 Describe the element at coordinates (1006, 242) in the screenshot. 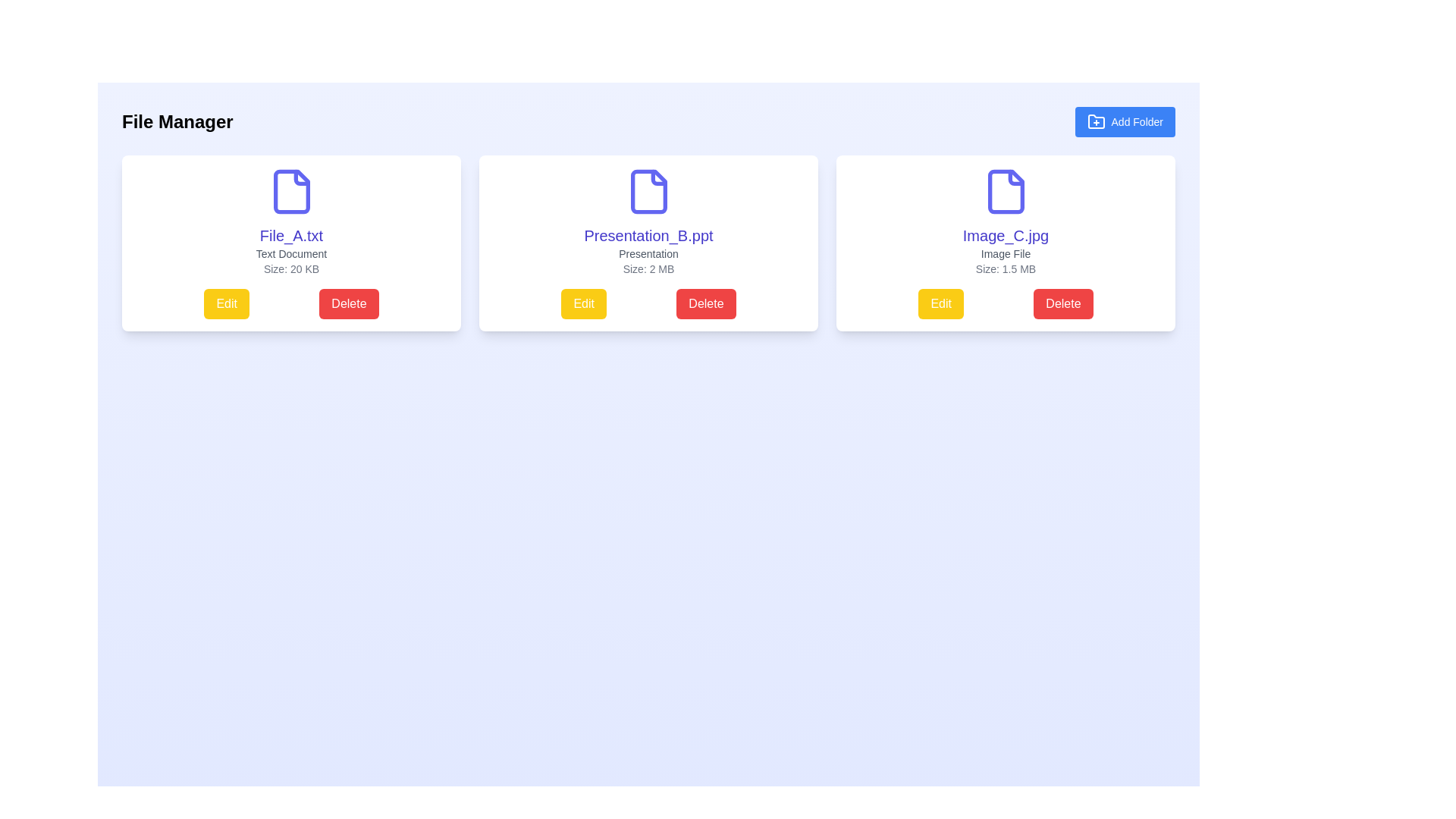

I see `the Card Component displaying 'Image_C.jpg' with a document icon, which is the third card in the row of three in the File Manager` at that location.